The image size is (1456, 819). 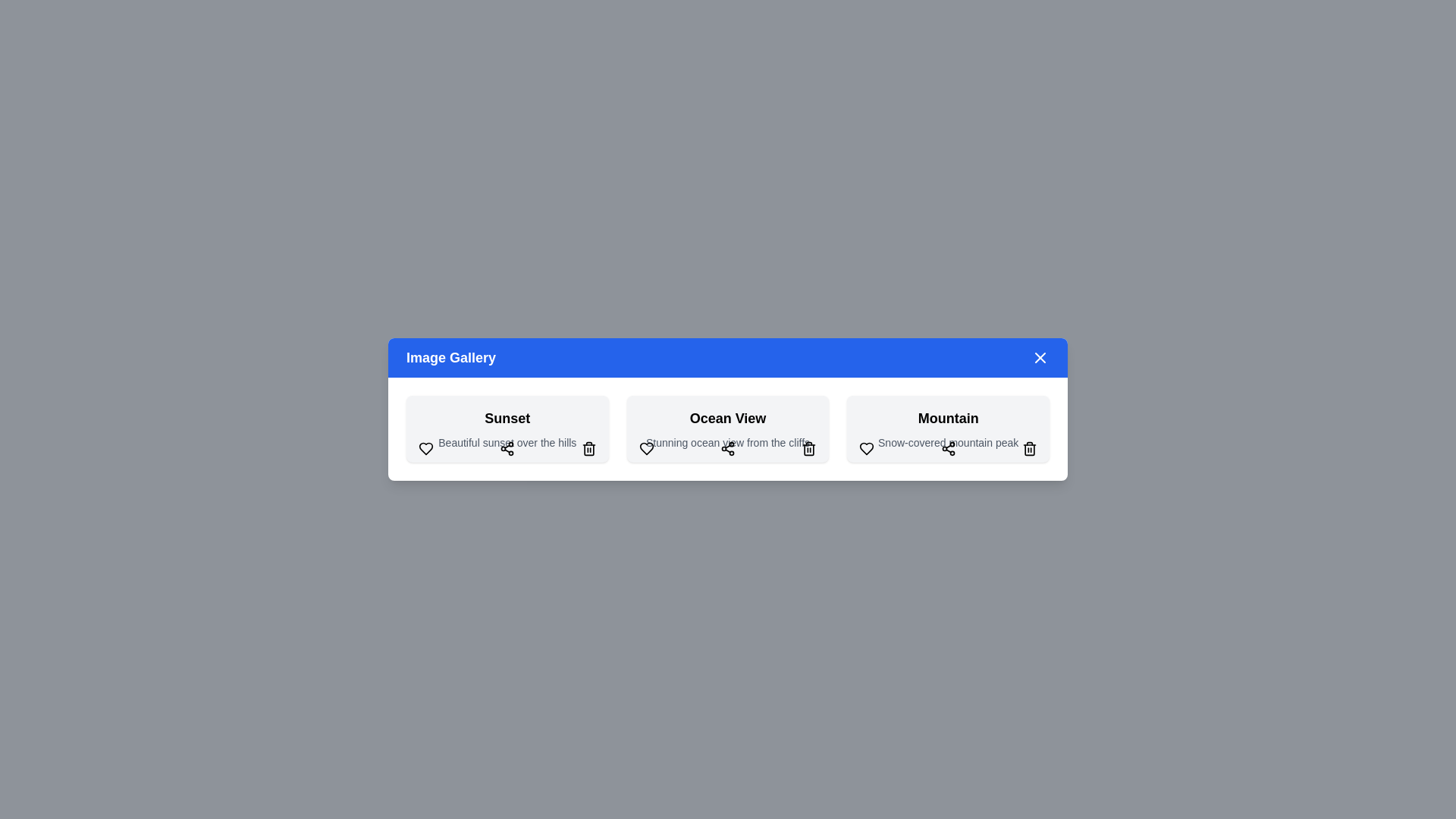 What do you see at coordinates (726, 447) in the screenshot?
I see `the share button for the Ocean View image` at bounding box center [726, 447].